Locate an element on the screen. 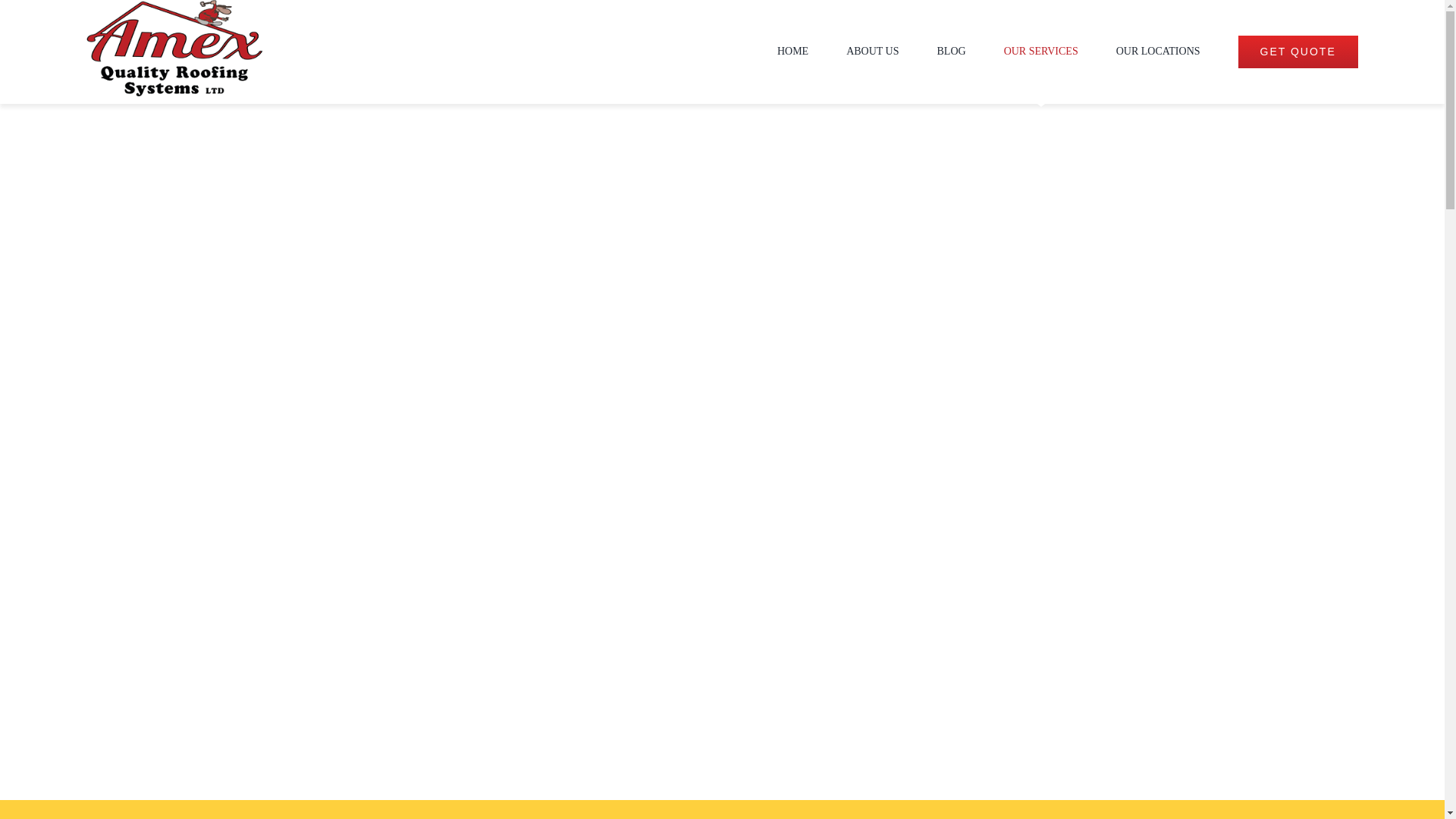 This screenshot has width=1456, height=819. 'GET QUOTE' is located at coordinates (1298, 51).